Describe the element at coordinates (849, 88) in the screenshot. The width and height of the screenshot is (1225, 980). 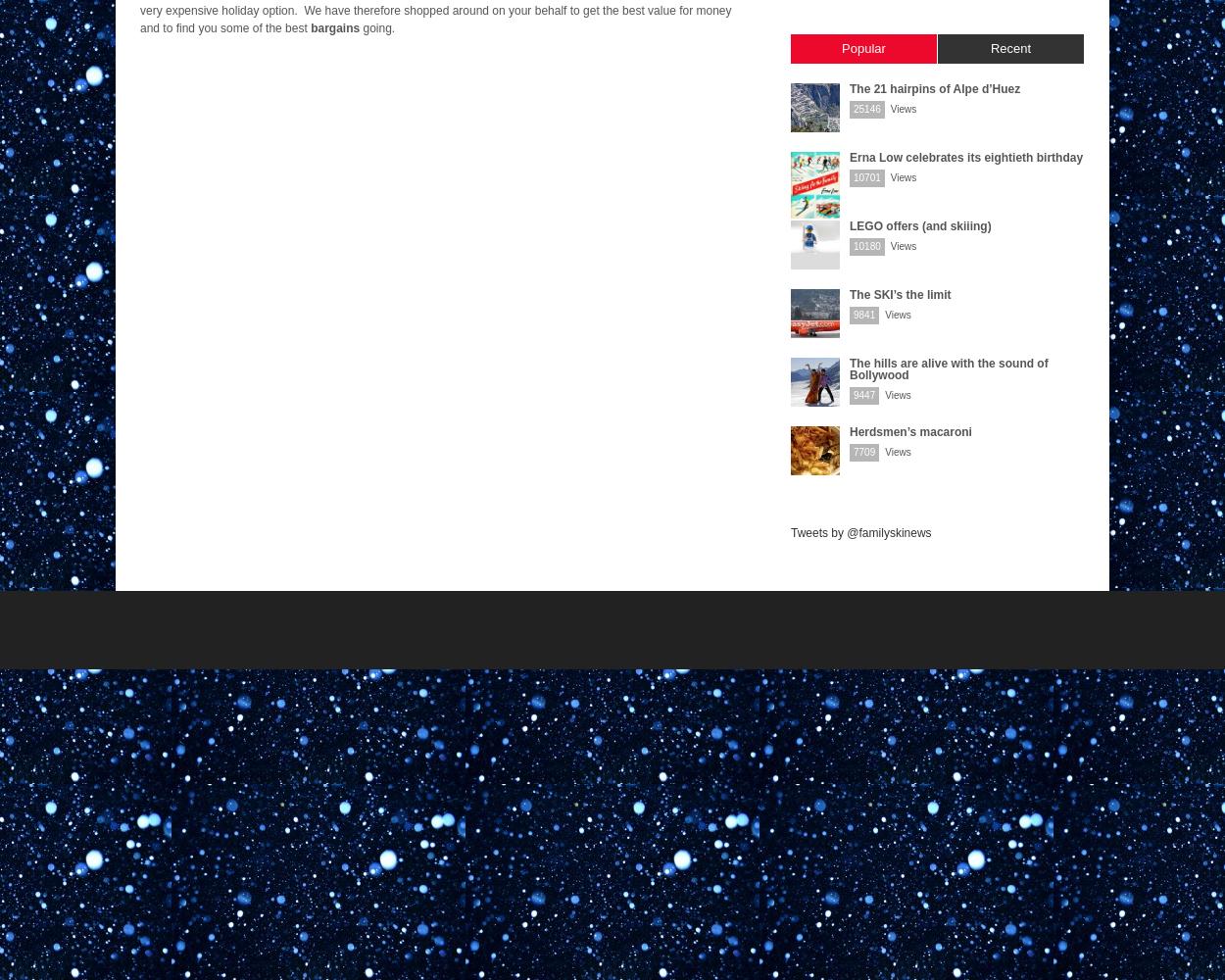
I see `'The 21 hairpins of Alpe d’Huez'` at that location.